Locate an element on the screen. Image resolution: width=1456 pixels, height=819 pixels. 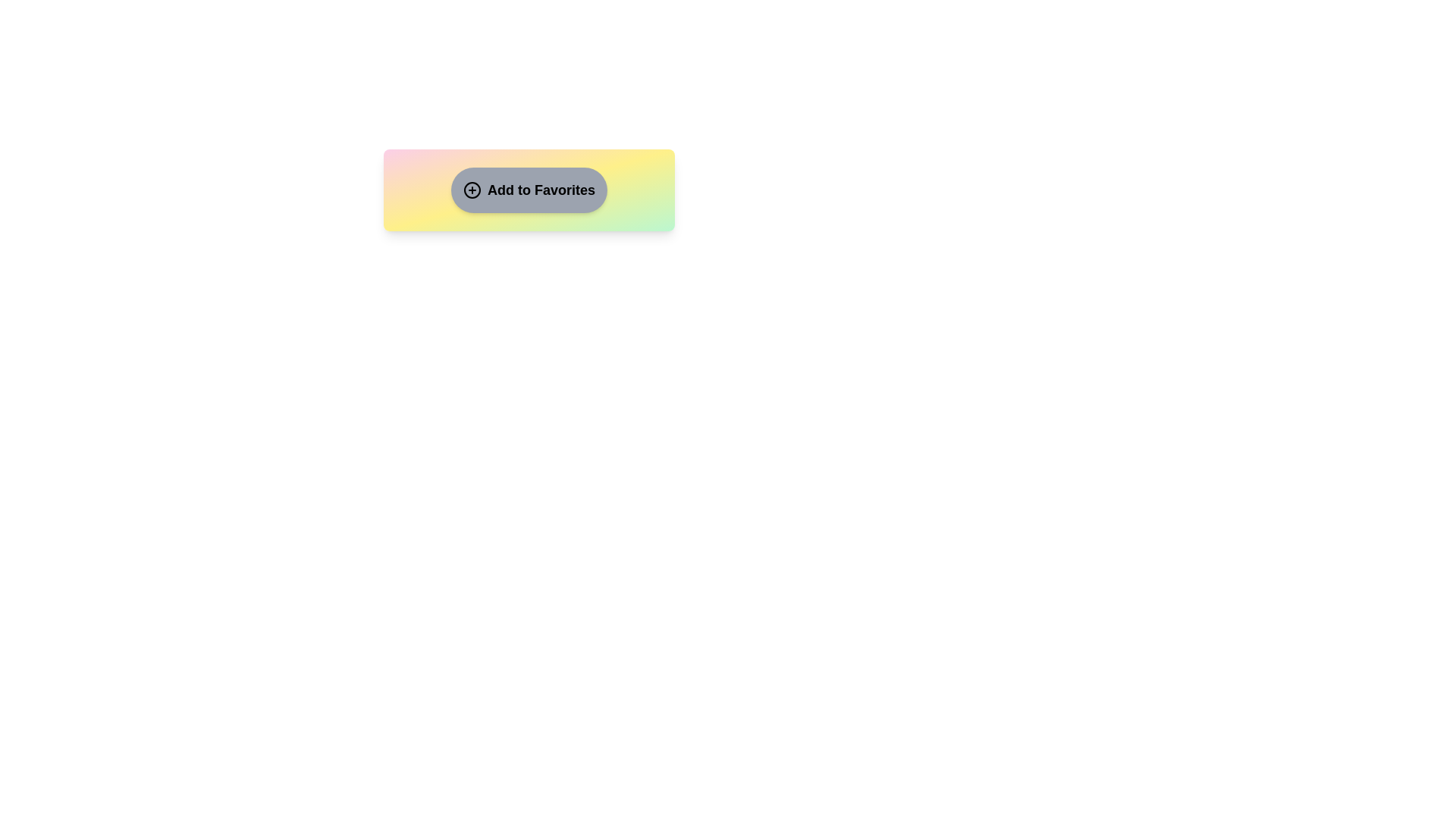
the 'Add to Favorites' button to toggle its state is located at coordinates (529, 189).